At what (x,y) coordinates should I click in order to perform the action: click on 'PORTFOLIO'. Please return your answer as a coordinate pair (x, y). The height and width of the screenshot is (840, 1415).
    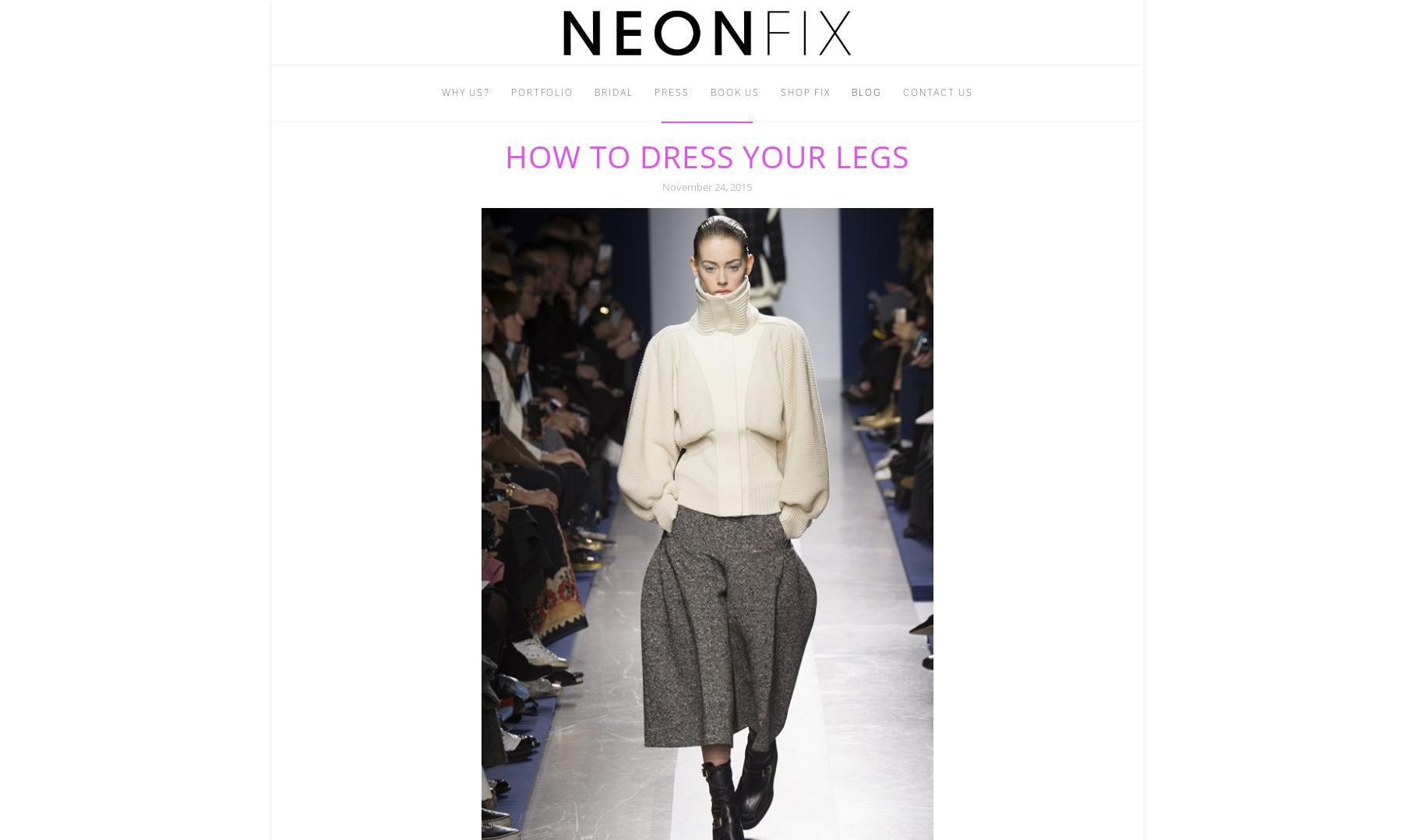
    Looking at the image, I should click on (542, 91).